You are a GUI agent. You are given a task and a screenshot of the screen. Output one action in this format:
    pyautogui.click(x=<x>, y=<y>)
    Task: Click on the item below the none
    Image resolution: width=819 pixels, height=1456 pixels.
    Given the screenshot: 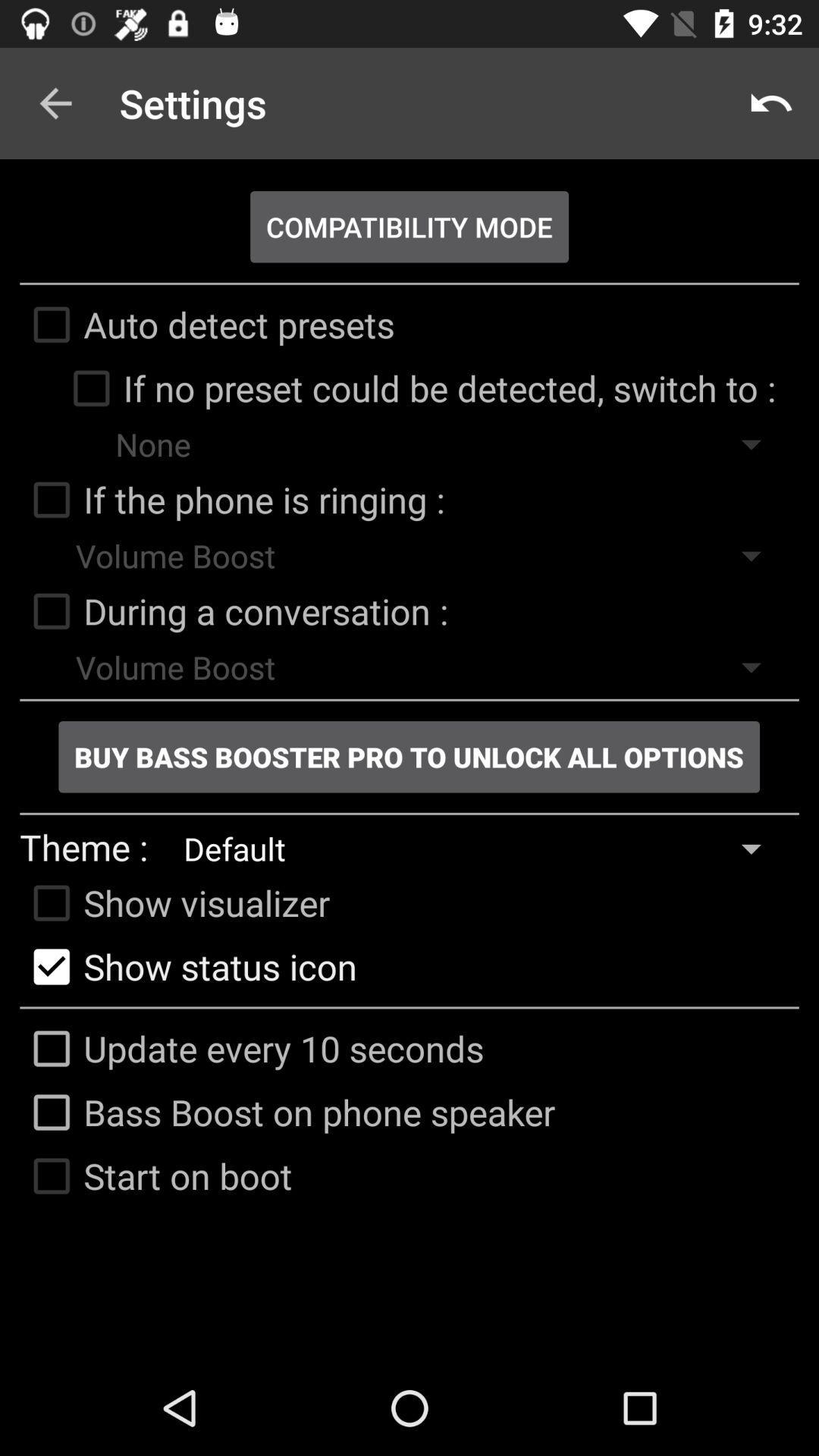 What is the action you would take?
    pyautogui.click(x=232, y=500)
    